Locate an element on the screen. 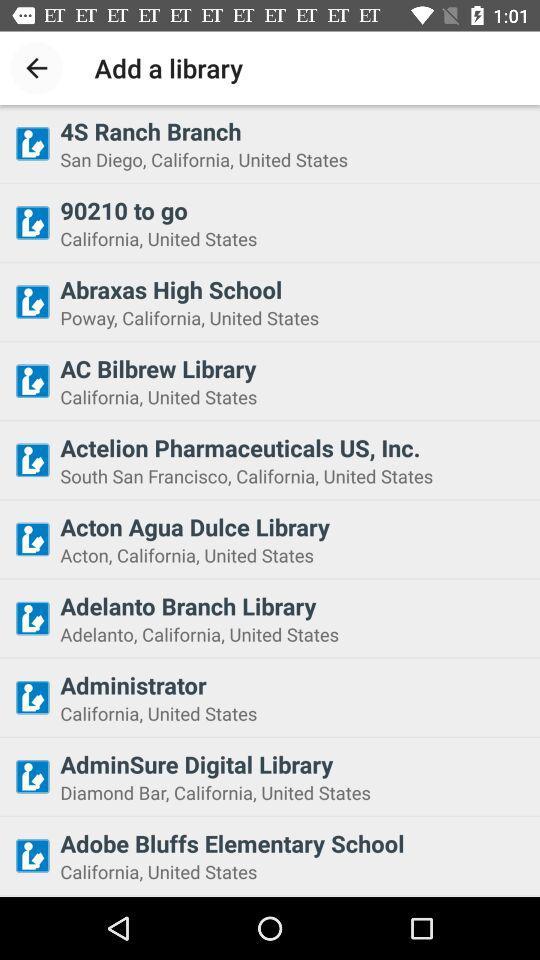 This screenshot has width=540, height=960. the item below diamond bar california is located at coordinates (293, 842).